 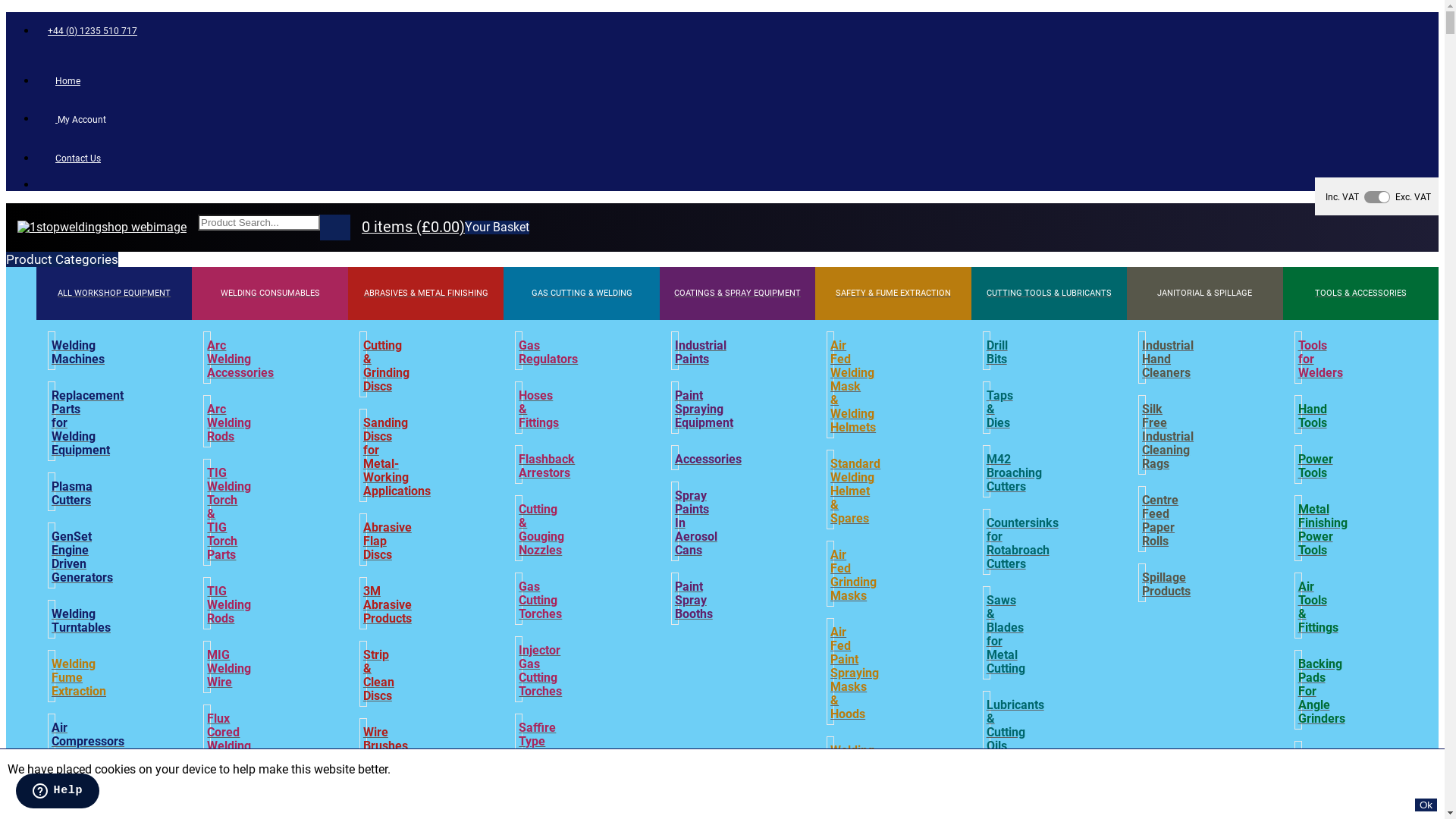 I want to click on 'Power Tools', so click(x=1298, y=465).